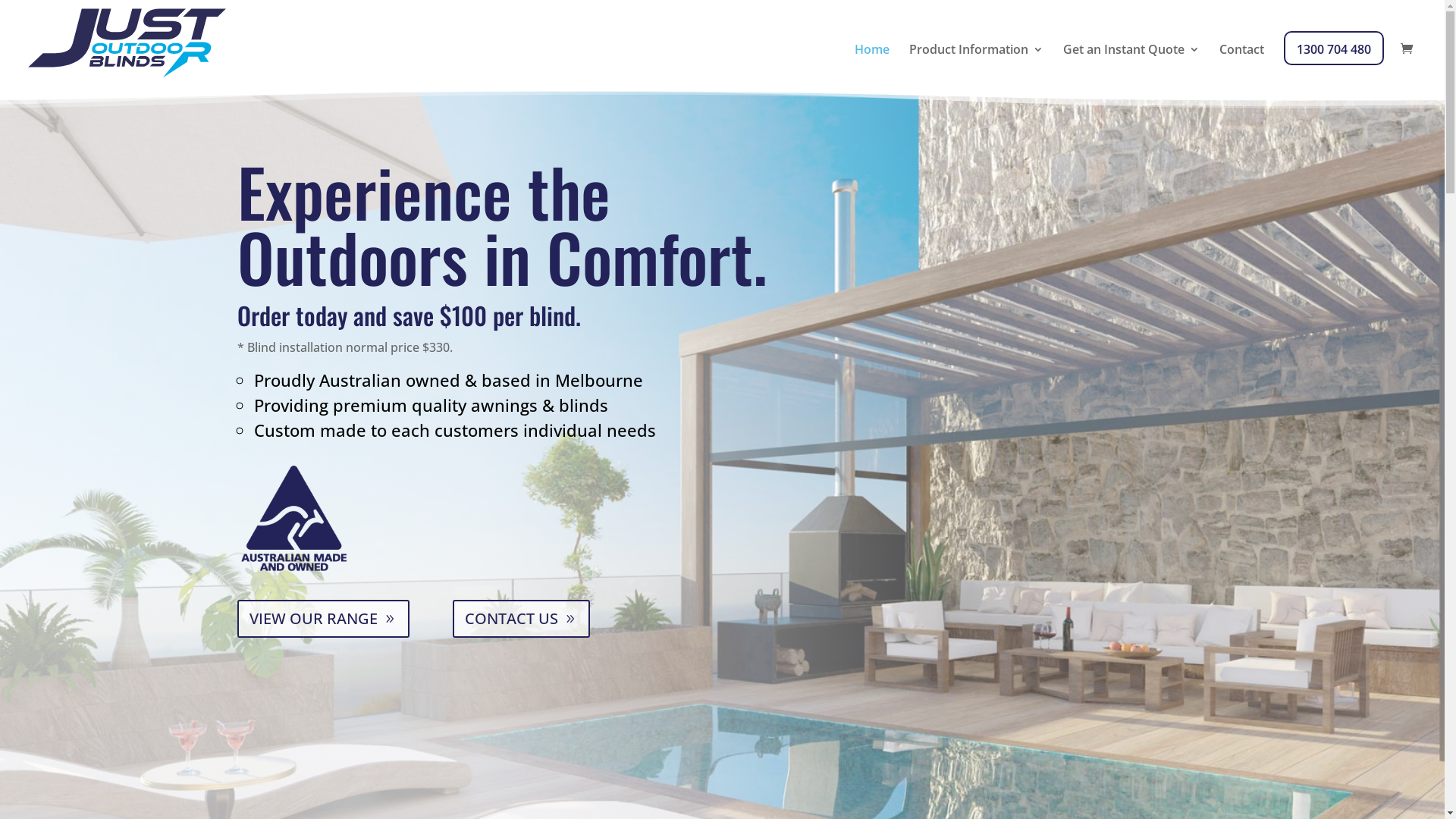 The height and width of the screenshot is (819, 1456). What do you see at coordinates (521, 619) in the screenshot?
I see `'CONTACT US'` at bounding box center [521, 619].